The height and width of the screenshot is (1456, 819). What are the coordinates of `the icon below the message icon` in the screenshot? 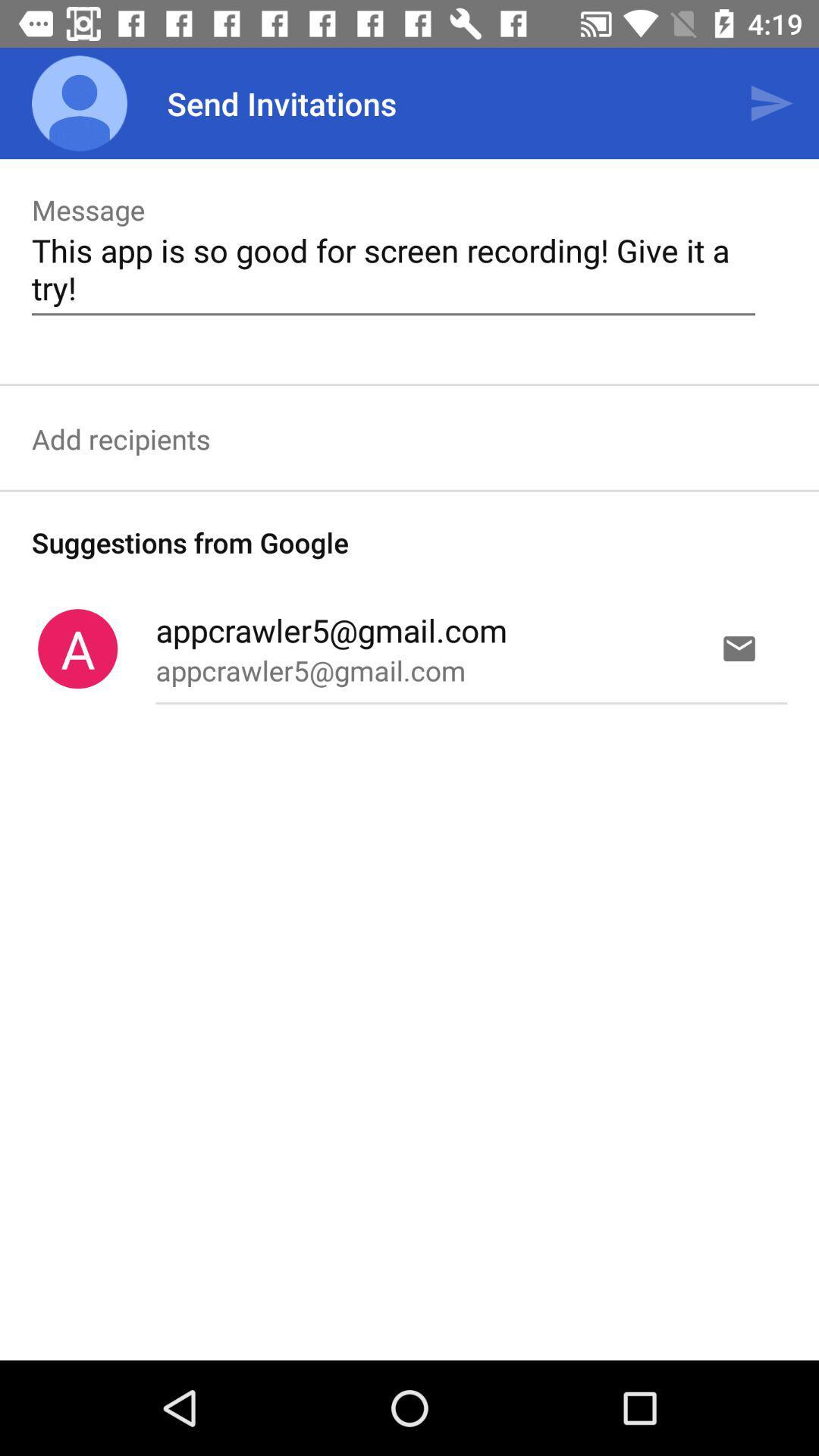 It's located at (393, 268).